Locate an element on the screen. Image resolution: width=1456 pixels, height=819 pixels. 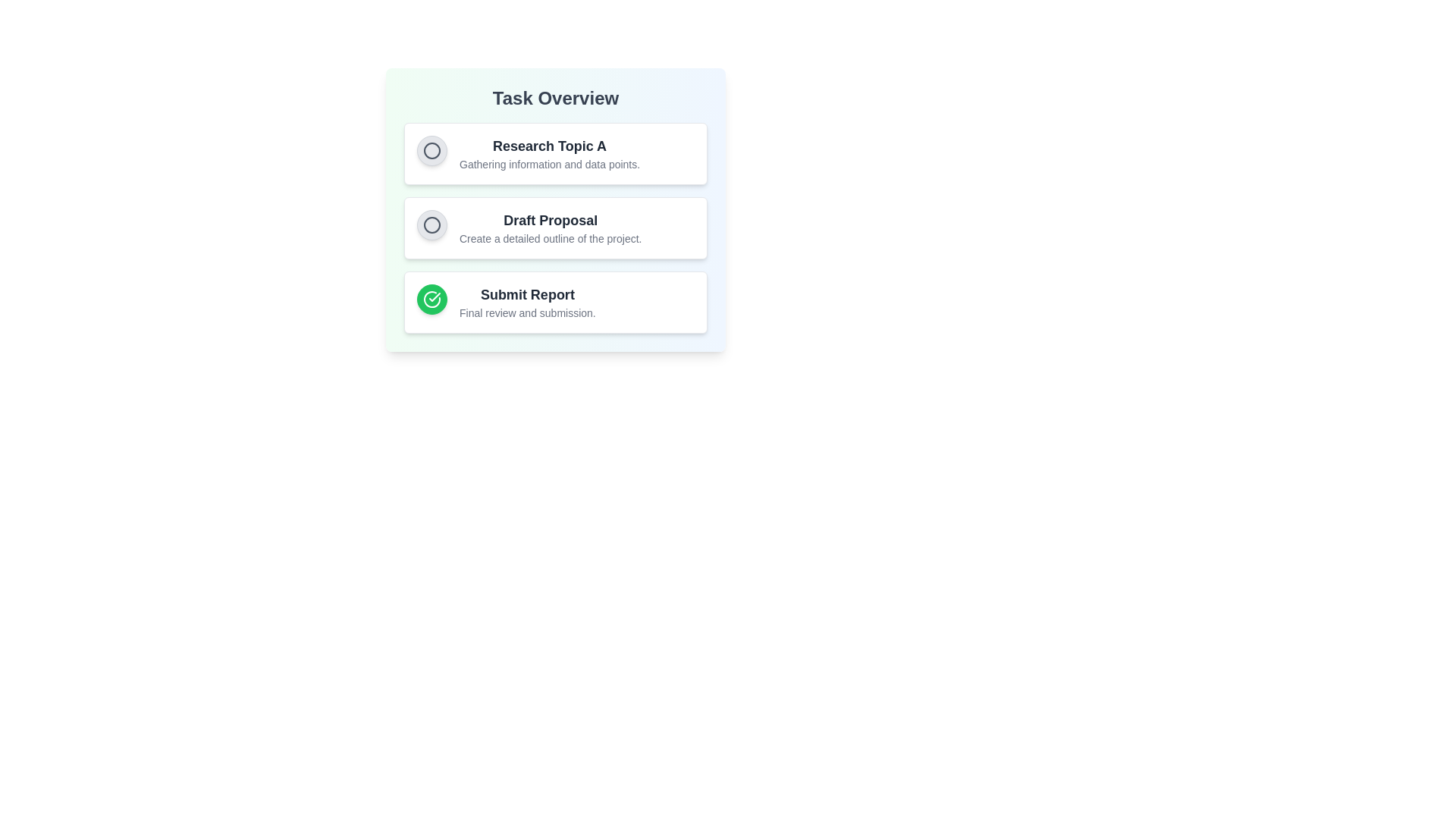
the Text Header labeled 'Task Overview', which is styled with bold and large font and is located at the top of a panel above a list of task items is located at coordinates (555, 99).